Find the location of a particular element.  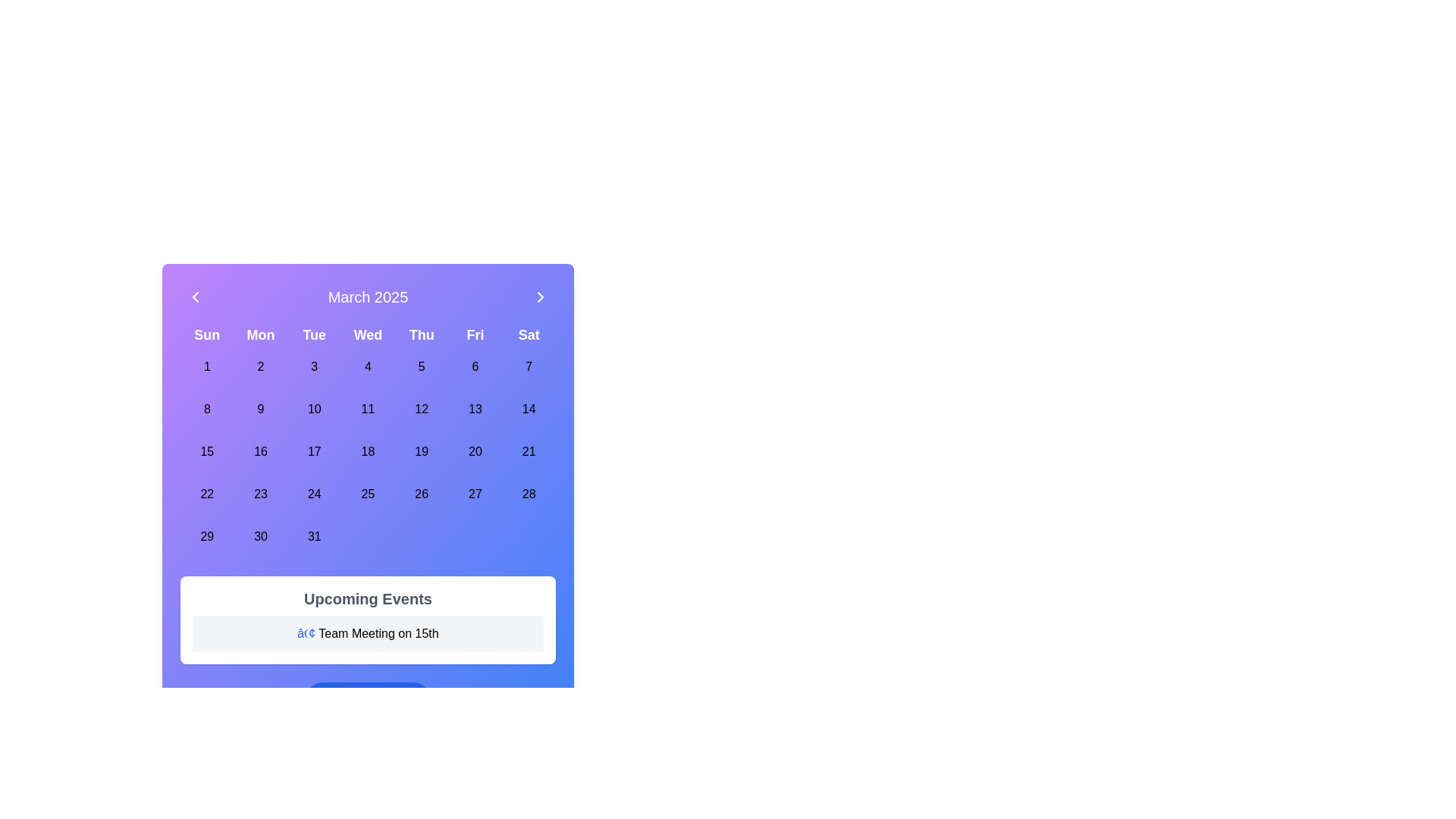

the rounded button labeled '13' in the calendar grid, located under 'Fri' is located at coordinates (474, 409).